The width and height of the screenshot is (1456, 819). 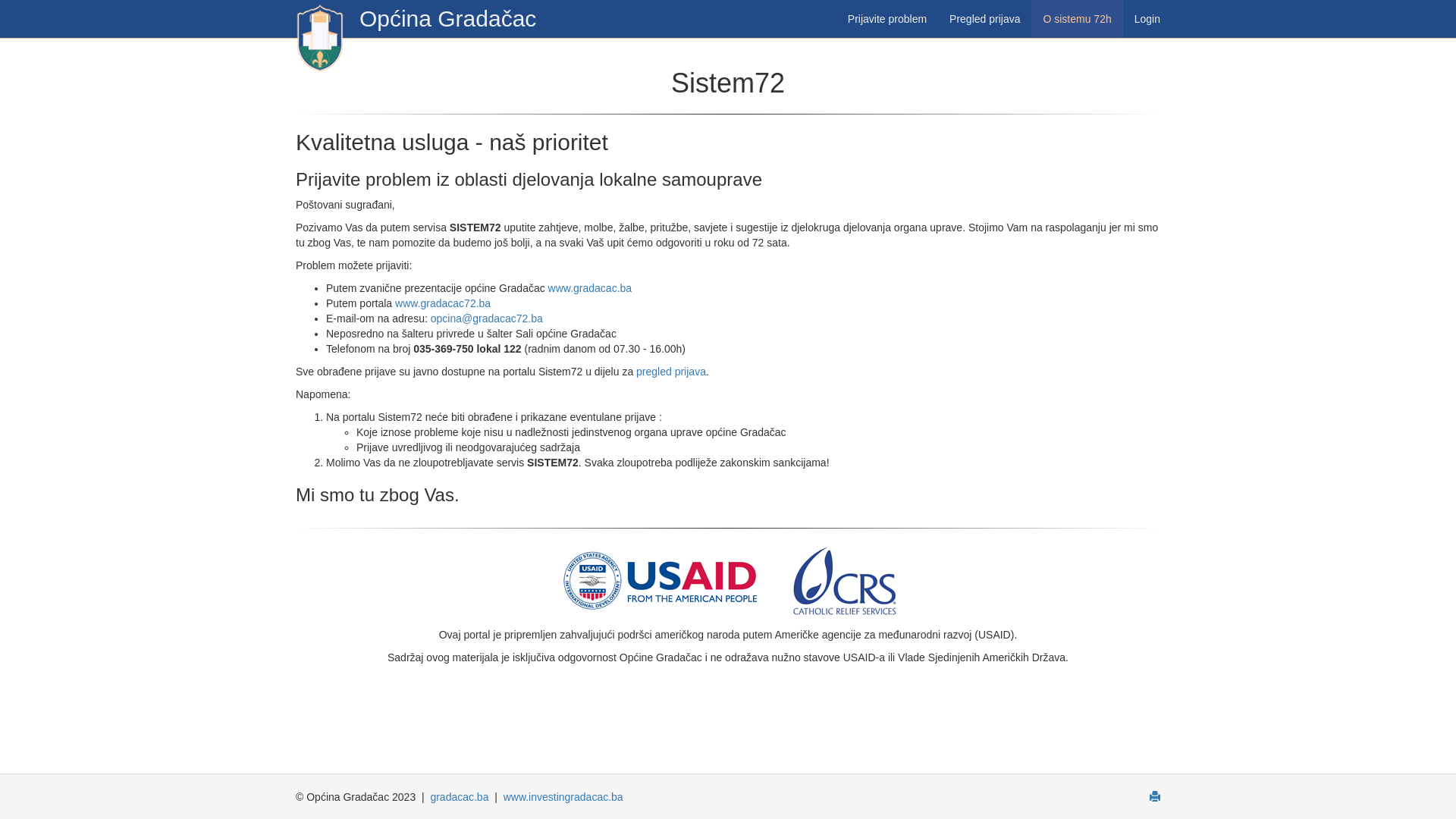 I want to click on 'pregled prijava', so click(x=670, y=371).